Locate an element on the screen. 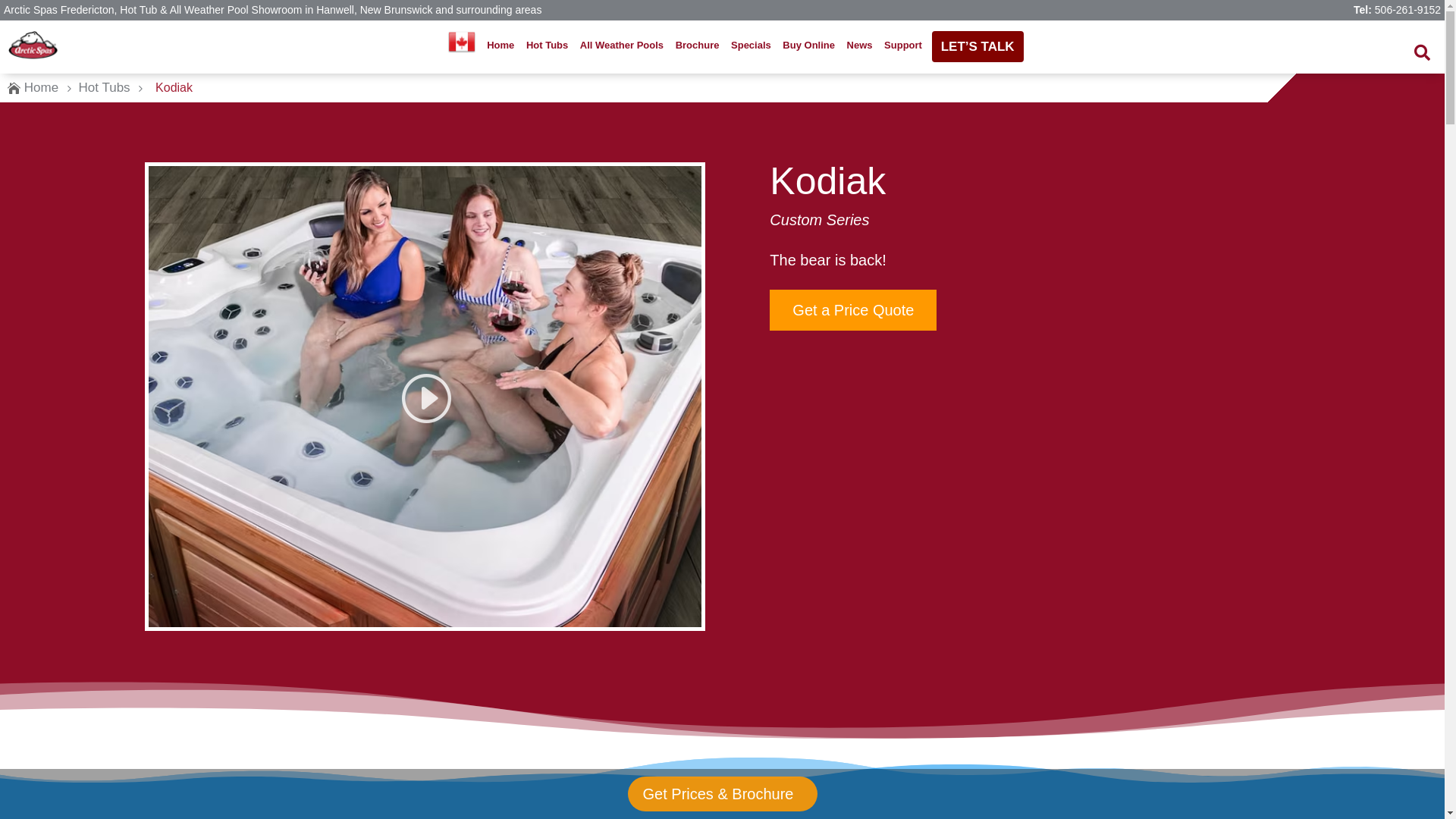 Image resolution: width=1456 pixels, height=819 pixels. 'Choose Your Location' is located at coordinates (461, 40).